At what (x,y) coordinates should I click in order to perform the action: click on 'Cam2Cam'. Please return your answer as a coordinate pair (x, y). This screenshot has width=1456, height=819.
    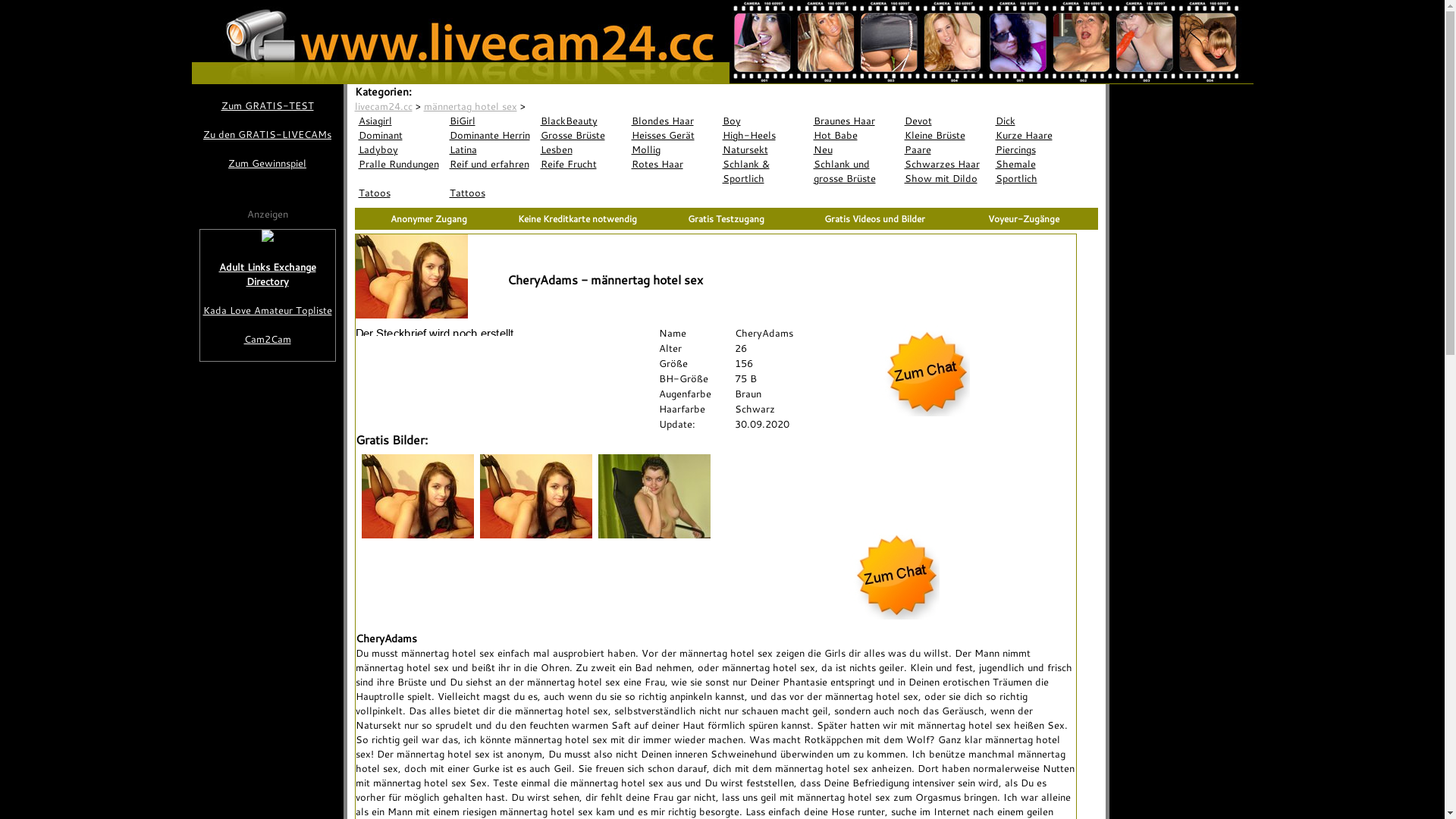
    Looking at the image, I should click on (268, 338).